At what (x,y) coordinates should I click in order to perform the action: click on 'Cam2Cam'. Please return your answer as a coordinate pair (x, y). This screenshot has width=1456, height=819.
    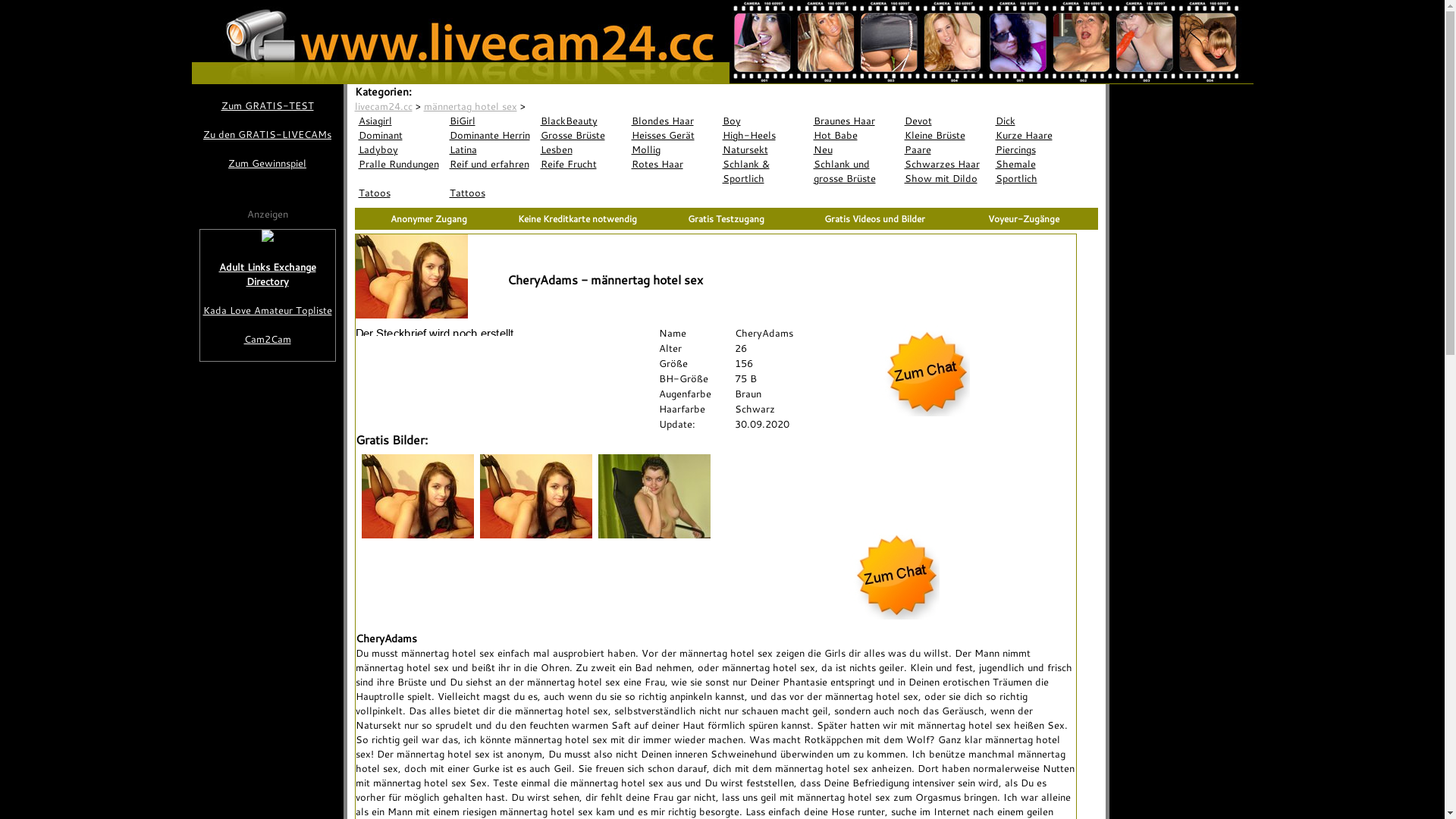
    Looking at the image, I should click on (268, 338).